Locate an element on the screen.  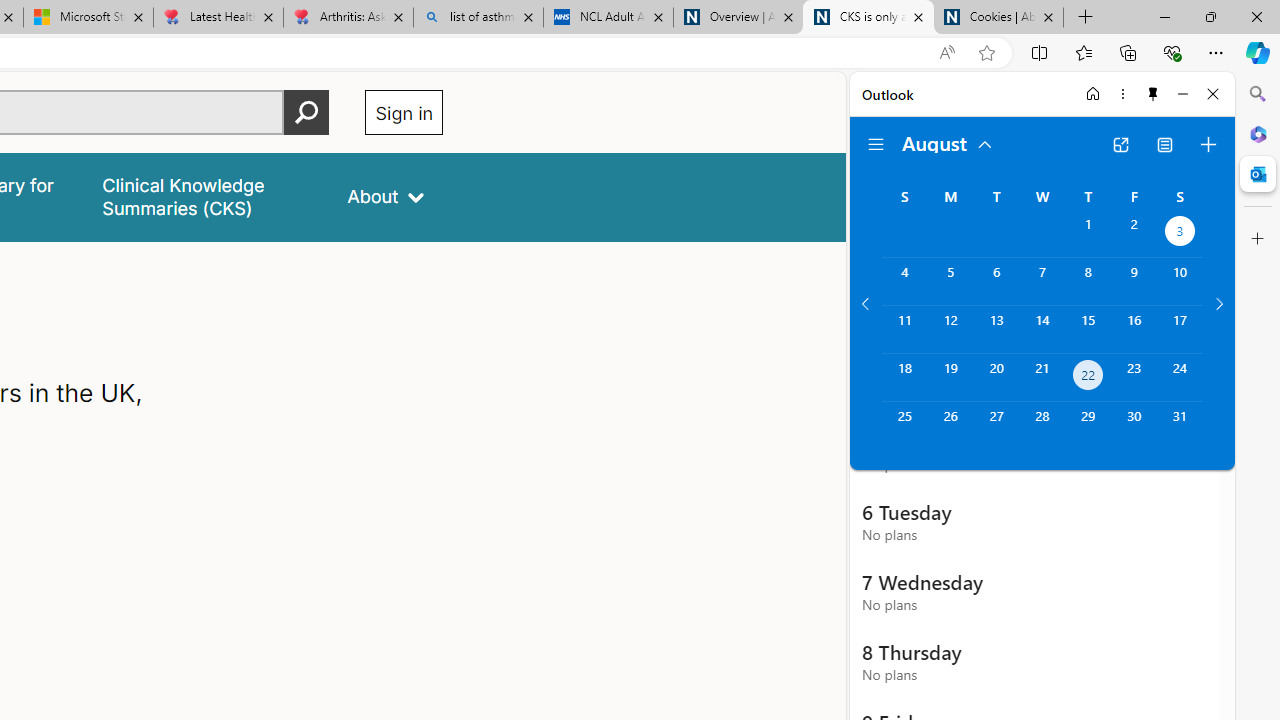
'Saturday, August 31, 2024. ' is located at coordinates (1180, 424).